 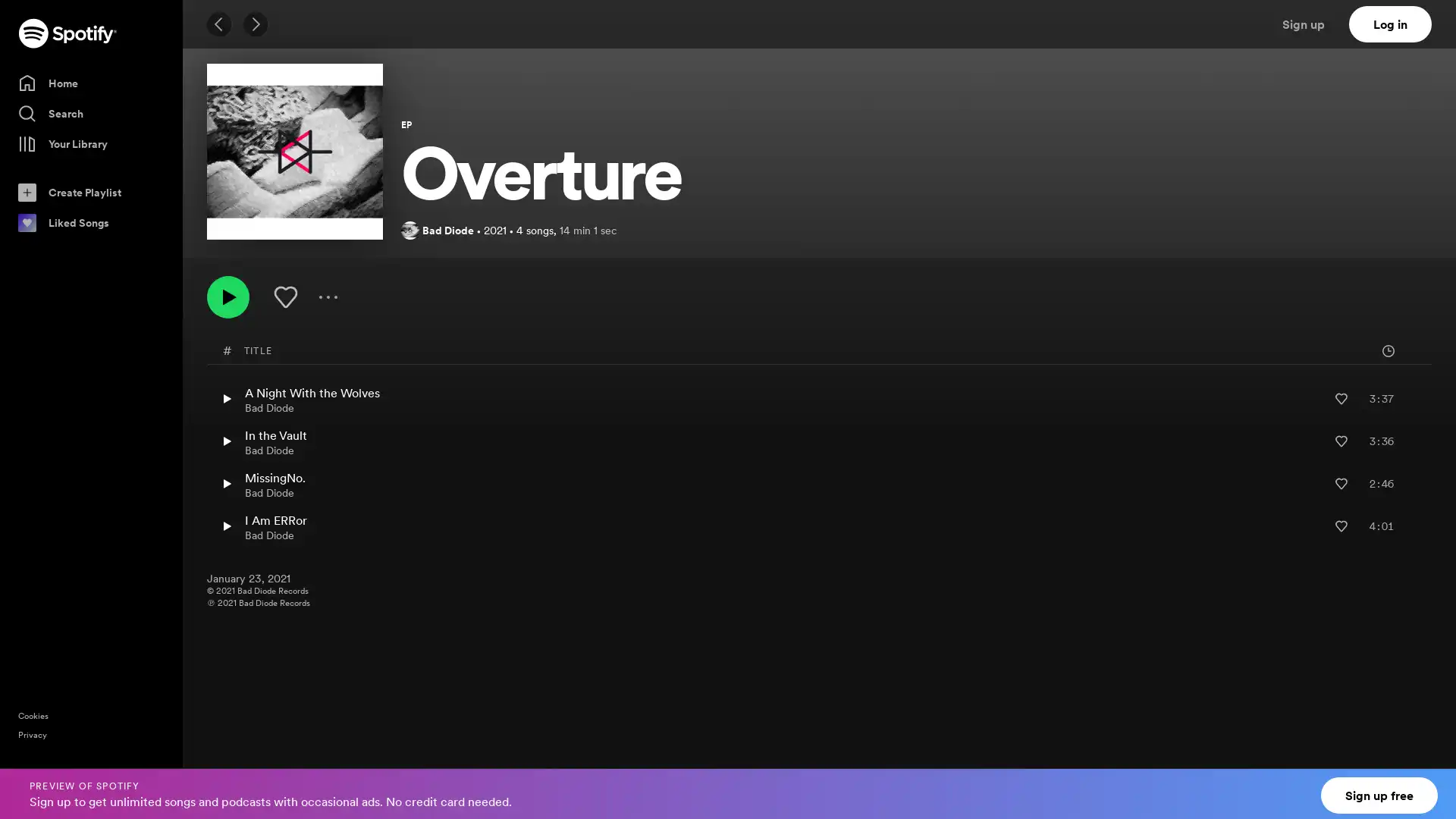 I want to click on Play A Night With the Wolves by Bad Diode, so click(x=225, y=397).